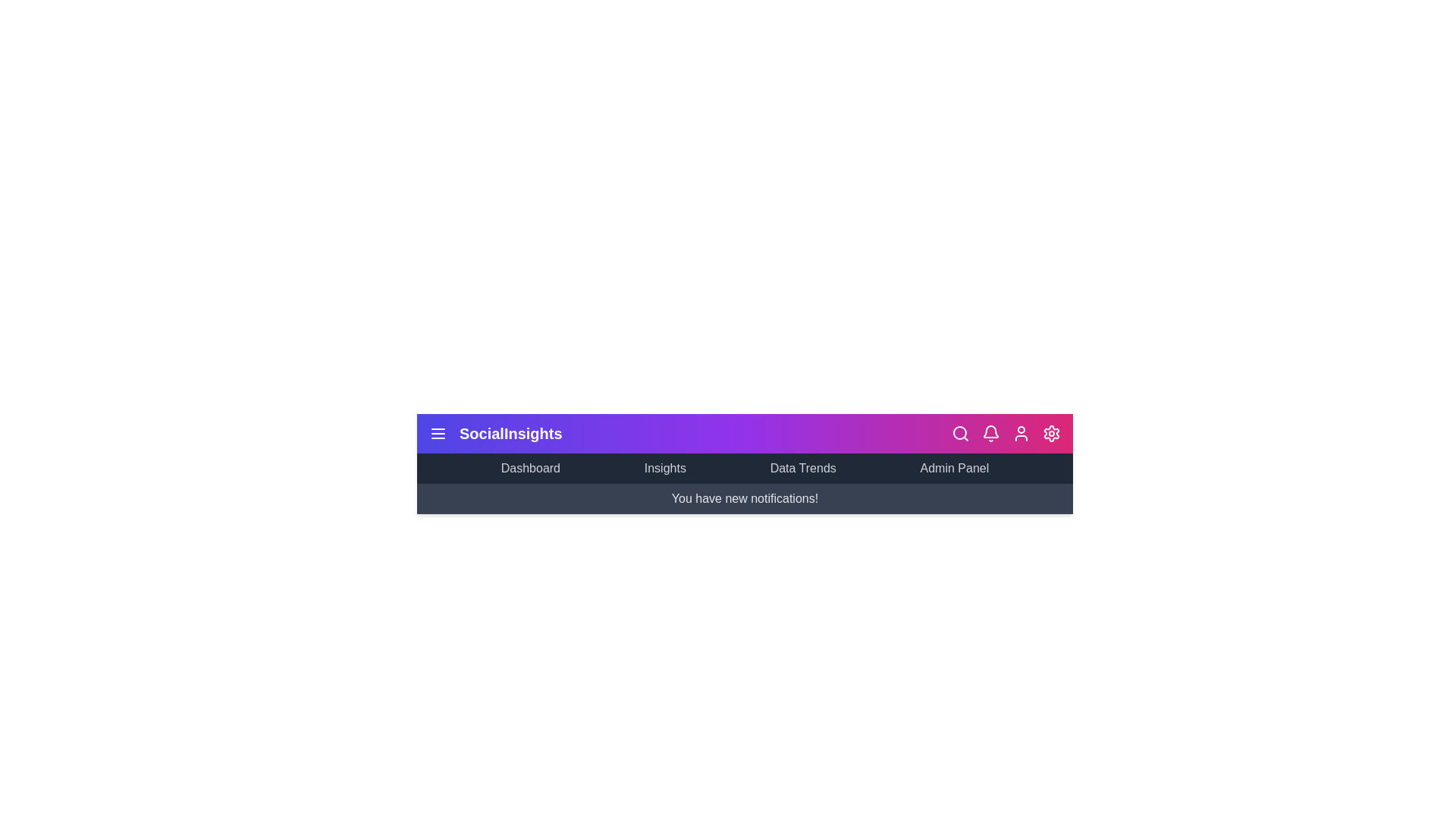  Describe the element at coordinates (530, 467) in the screenshot. I see `the 'Dashboard' menu item` at that location.